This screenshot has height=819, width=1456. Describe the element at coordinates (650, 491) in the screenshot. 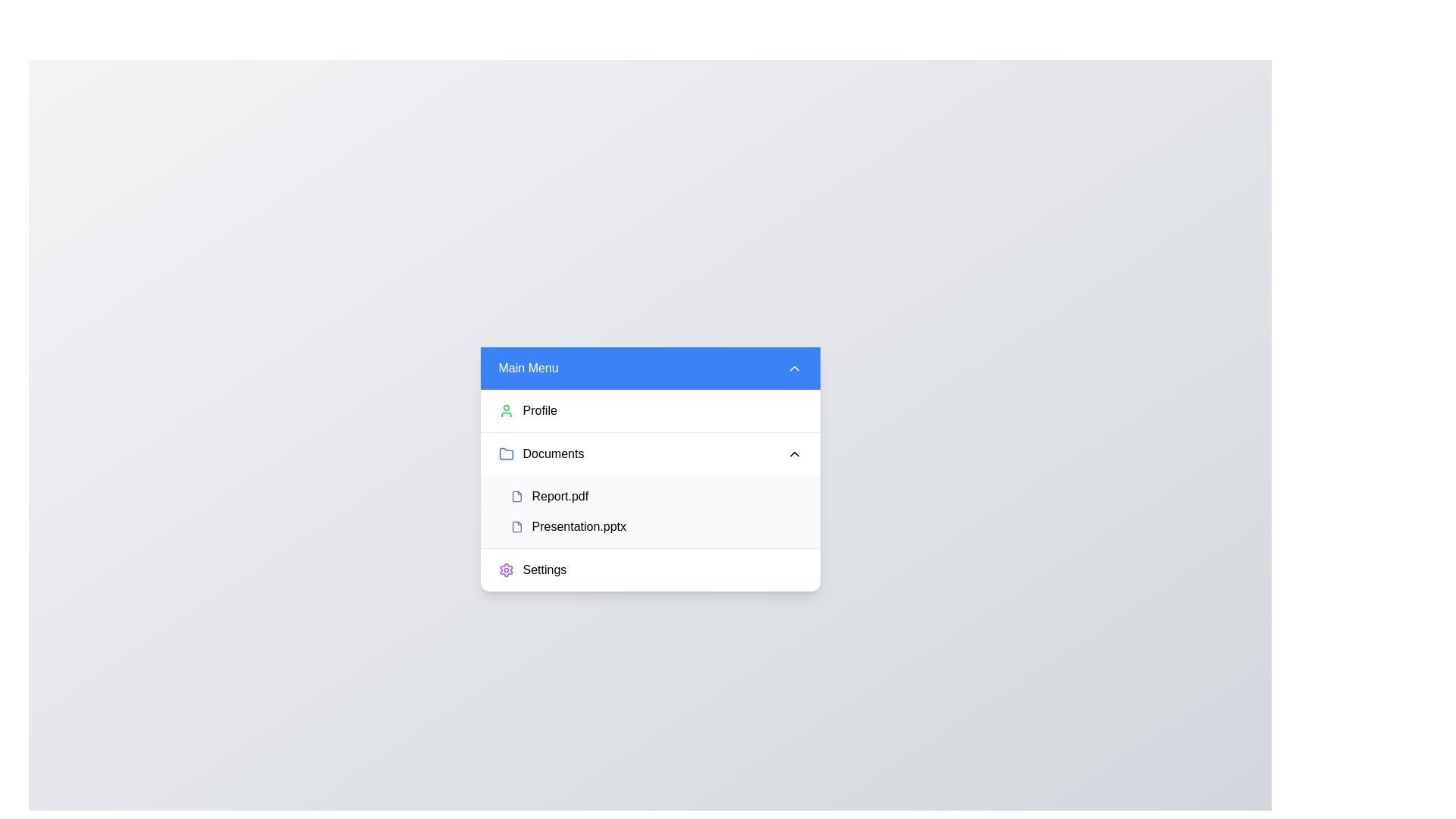

I see `the first file item labeled 'Report.pdf'` at that location.